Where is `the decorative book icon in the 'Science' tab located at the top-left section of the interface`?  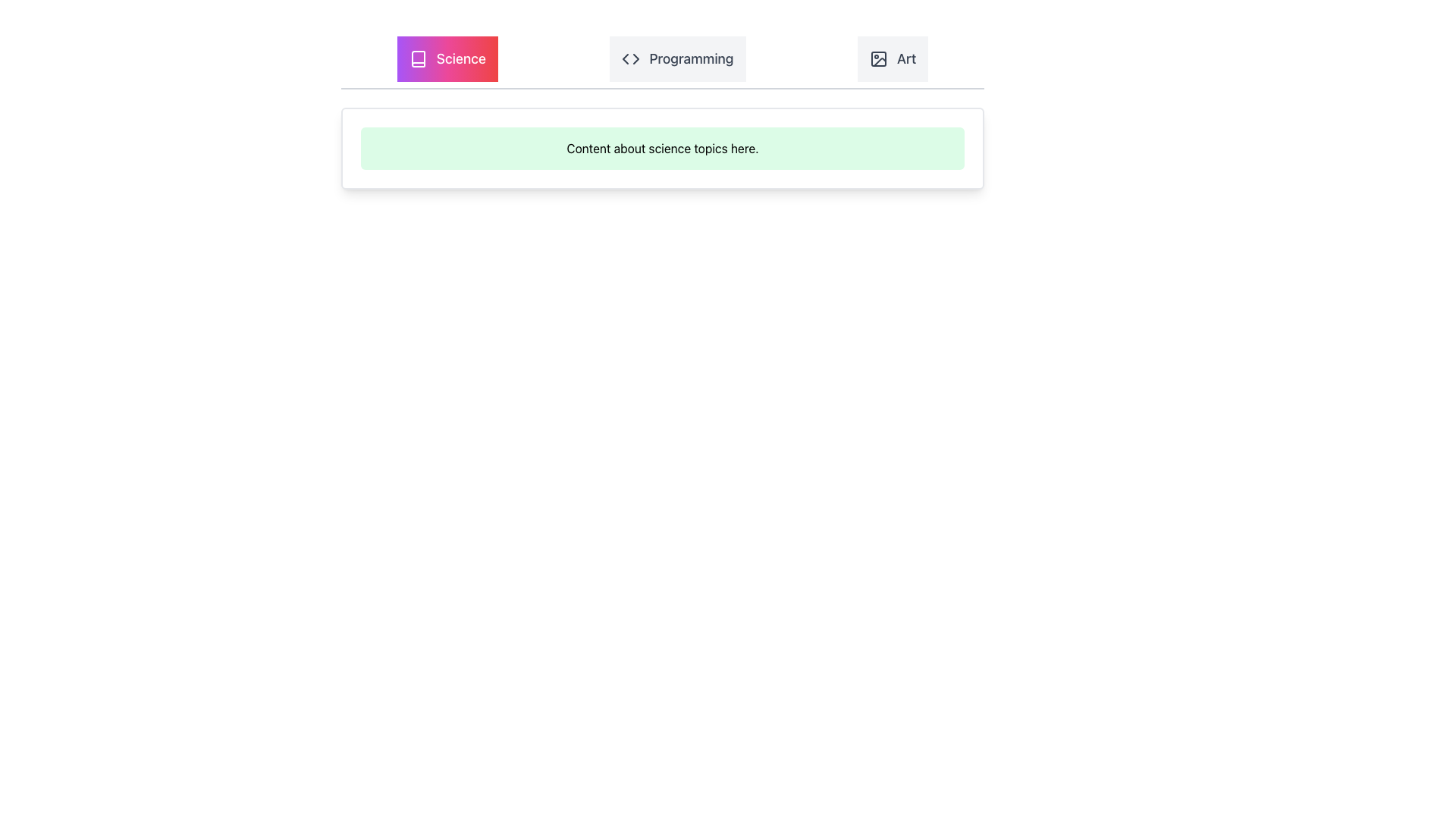
the decorative book icon in the 'Science' tab located at the top-left section of the interface is located at coordinates (418, 58).